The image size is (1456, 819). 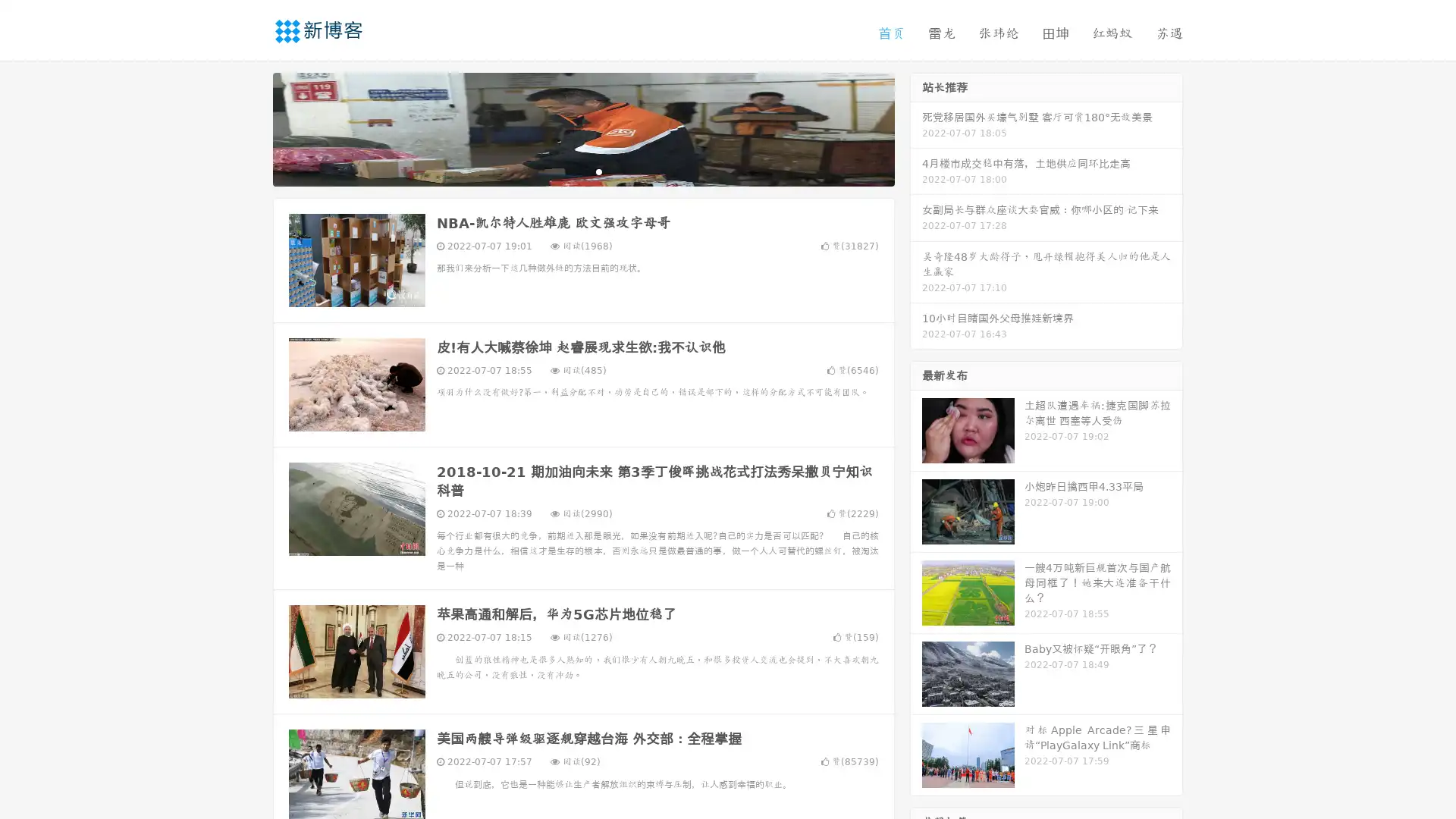 I want to click on Go to slide 2, so click(x=582, y=171).